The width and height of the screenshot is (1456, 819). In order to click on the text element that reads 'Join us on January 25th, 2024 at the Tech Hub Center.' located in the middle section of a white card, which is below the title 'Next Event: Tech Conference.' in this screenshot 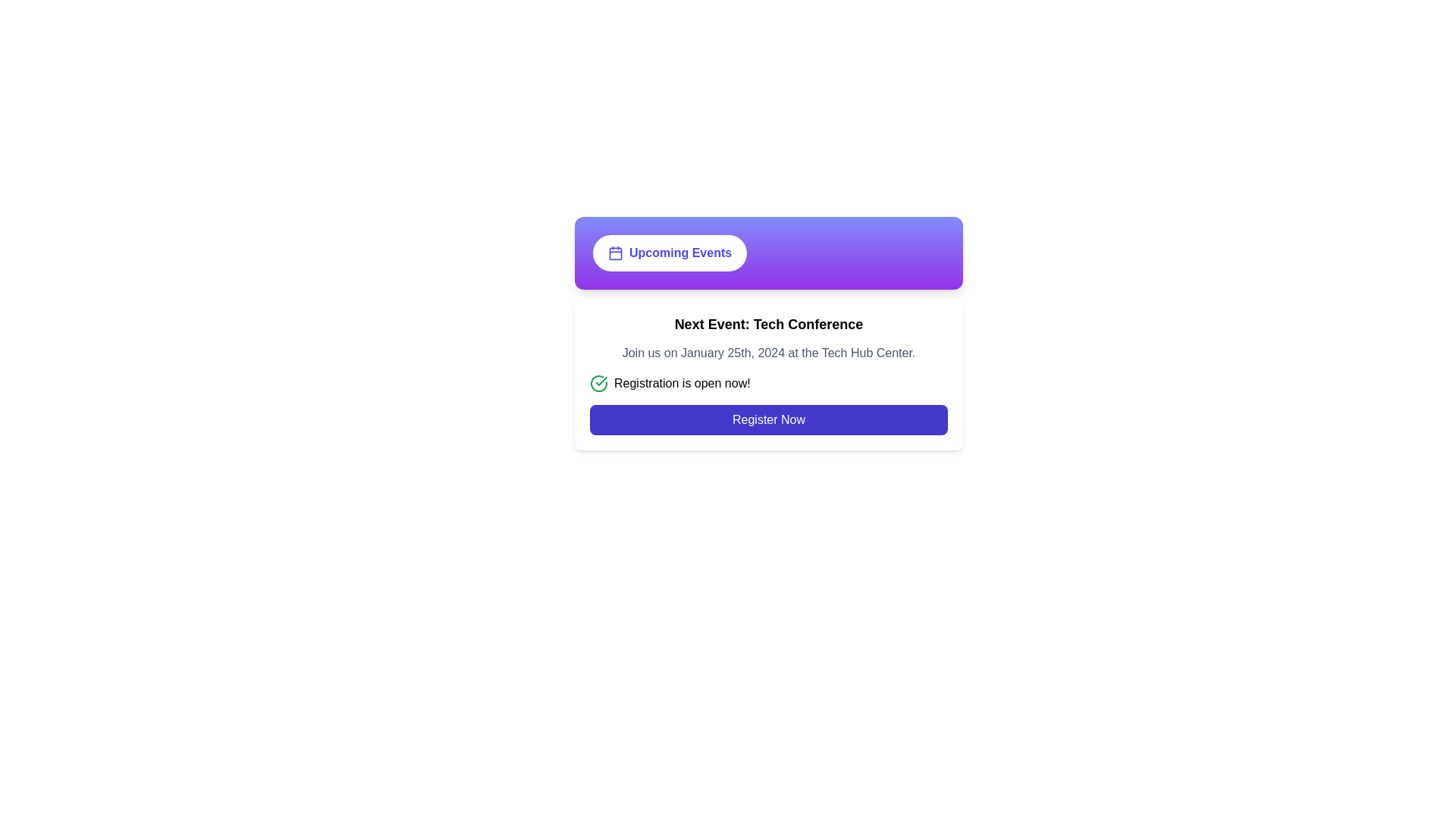, I will do `click(768, 353)`.